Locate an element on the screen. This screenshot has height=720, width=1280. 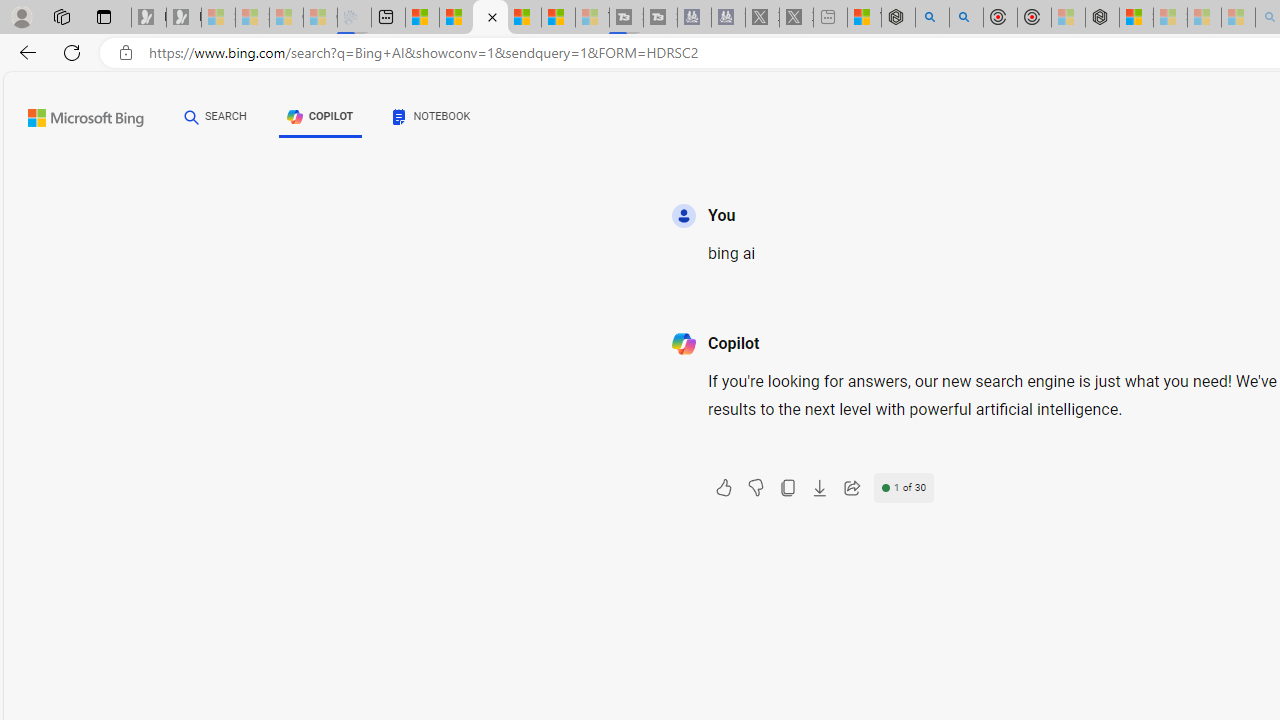
'Dislike' is located at coordinates (754, 488).